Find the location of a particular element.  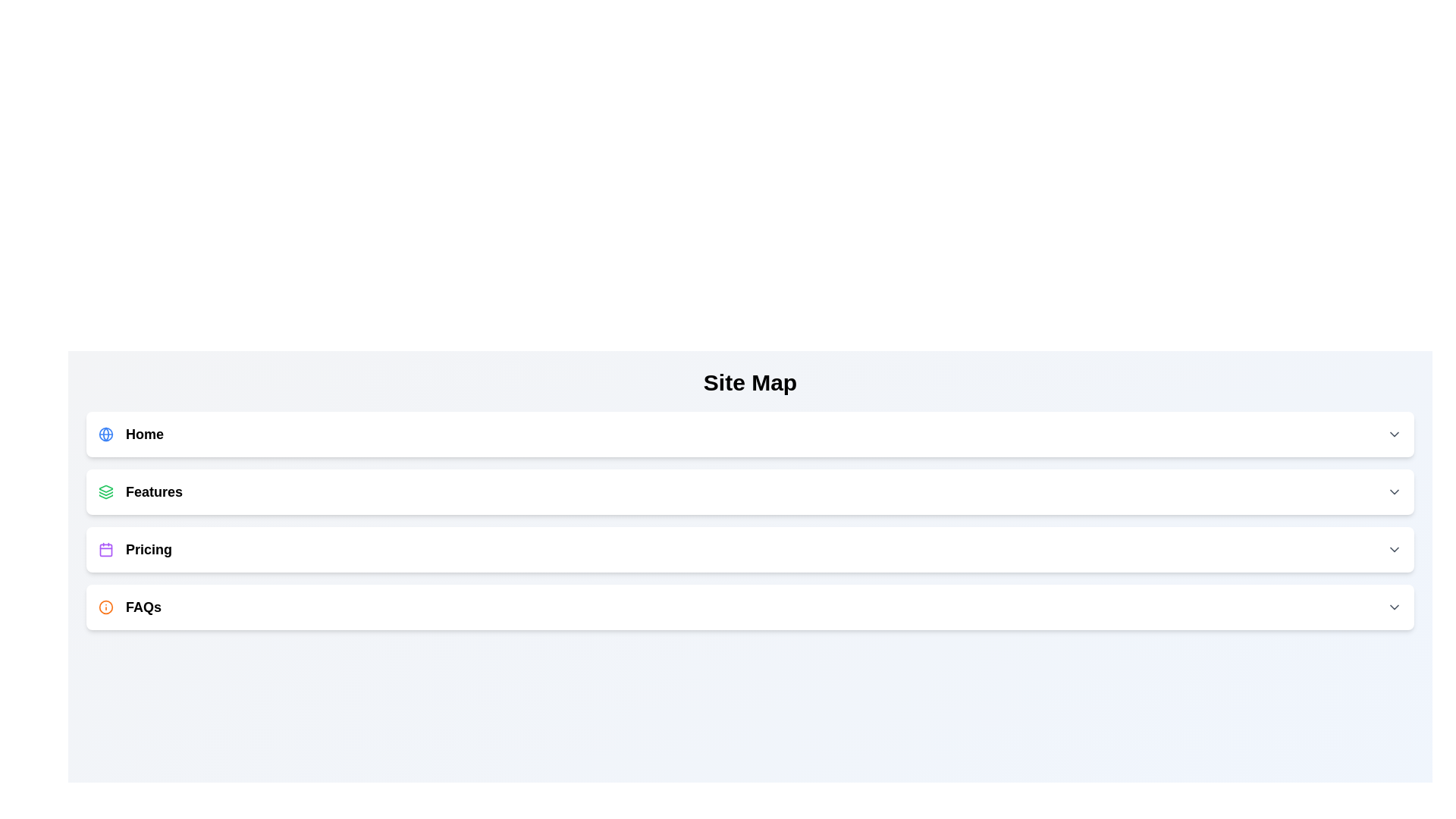

the 'Home' label with a globe icon is located at coordinates (130, 435).